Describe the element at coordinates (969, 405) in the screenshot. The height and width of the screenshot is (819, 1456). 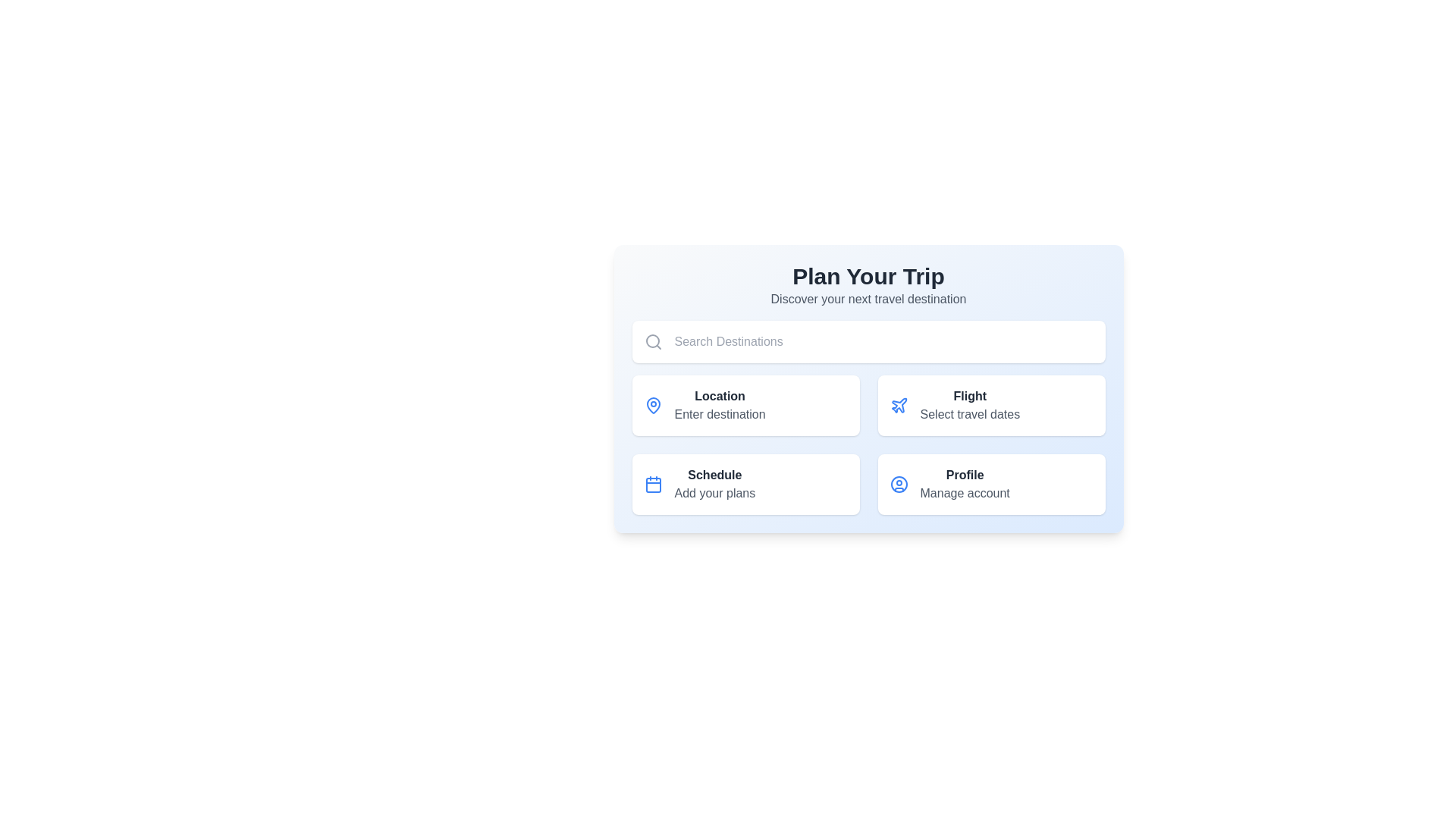
I see `the interactive travel date selection text label located within the white card in the top row, second column, to proceed to the detailed flight selection page` at that location.